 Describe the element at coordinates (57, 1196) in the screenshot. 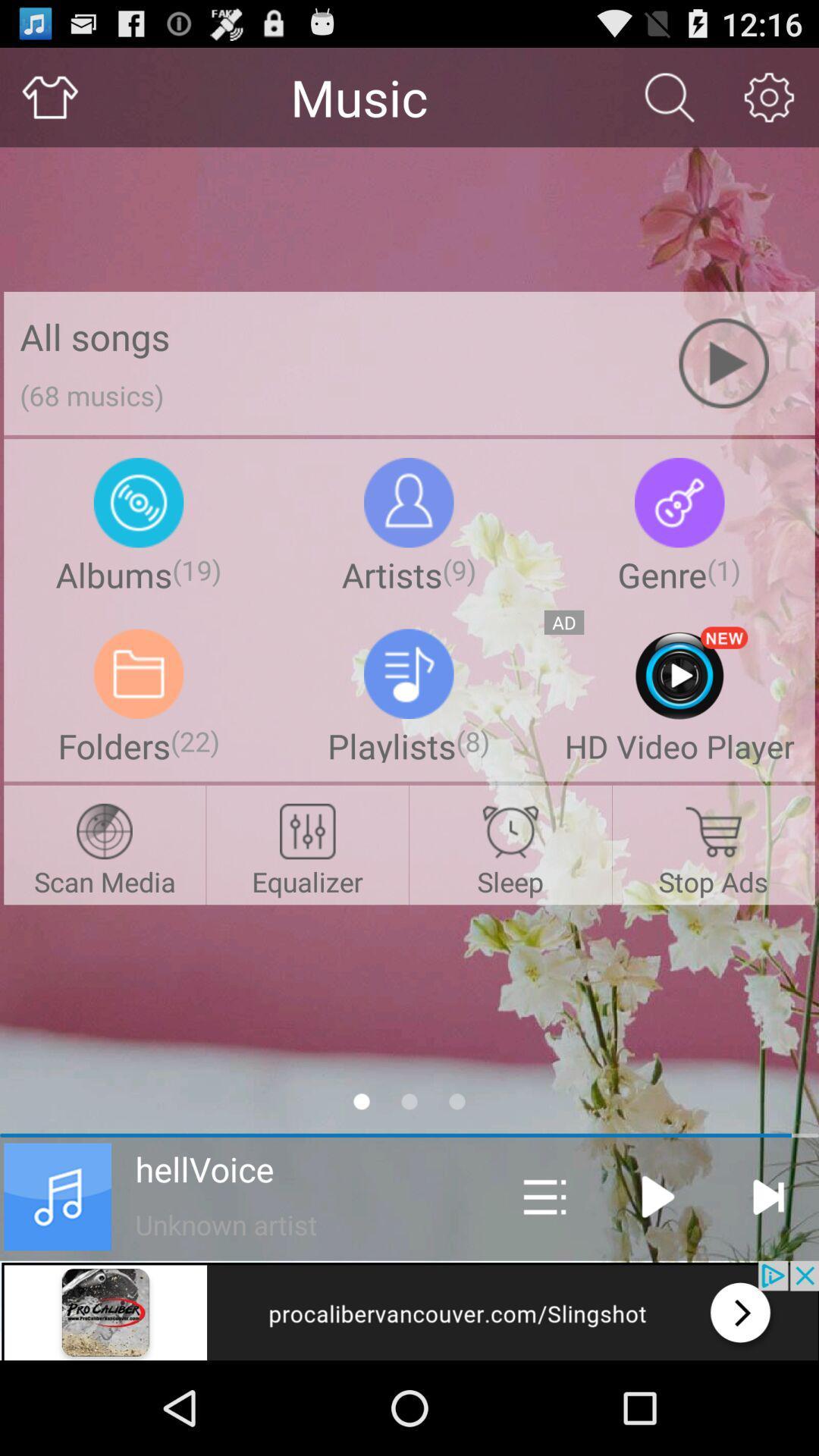

I see `the music symbol which is left to hell voice` at that location.